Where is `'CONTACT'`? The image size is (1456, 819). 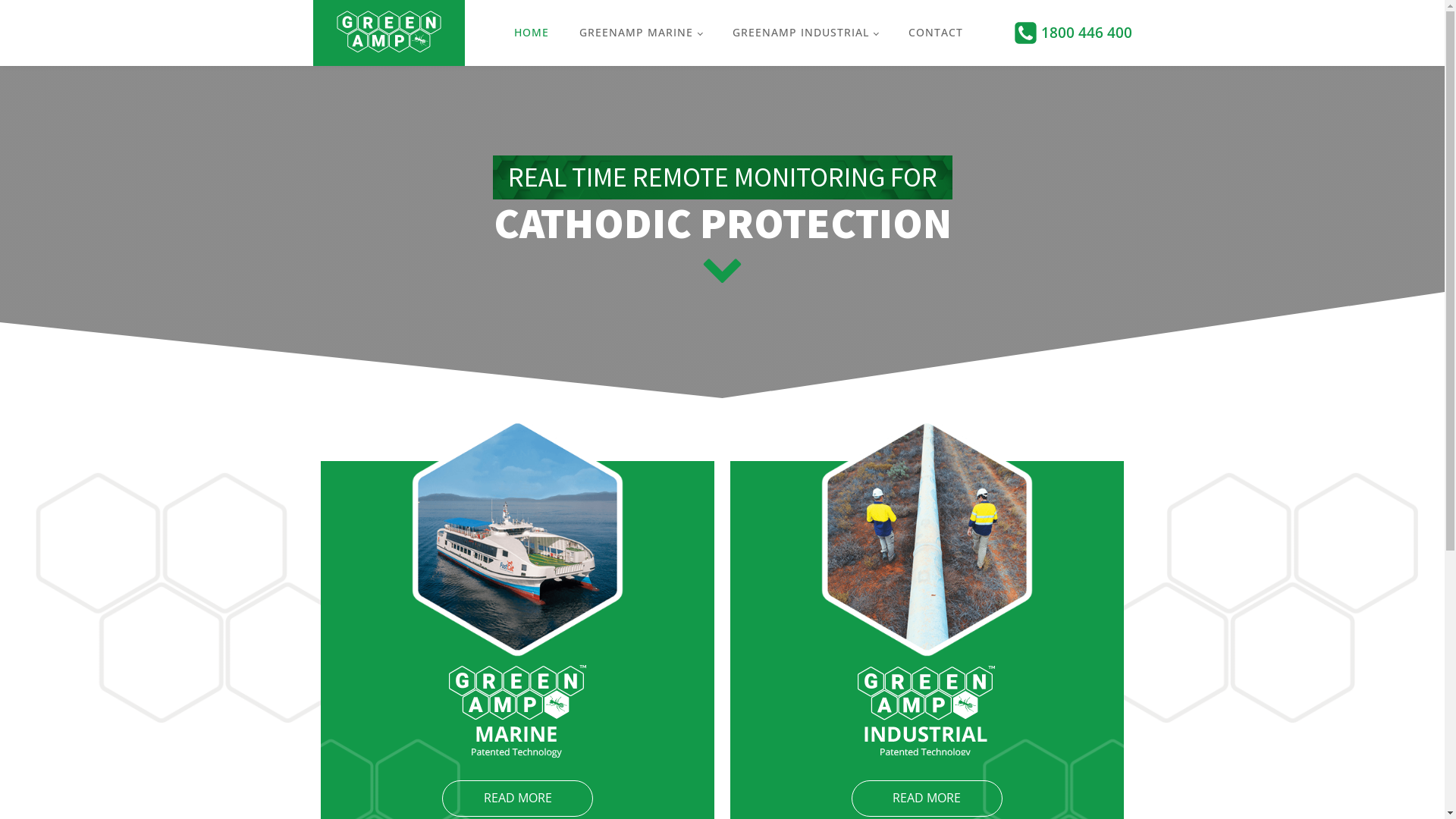
'CONTACT' is located at coordinates (934, 32).